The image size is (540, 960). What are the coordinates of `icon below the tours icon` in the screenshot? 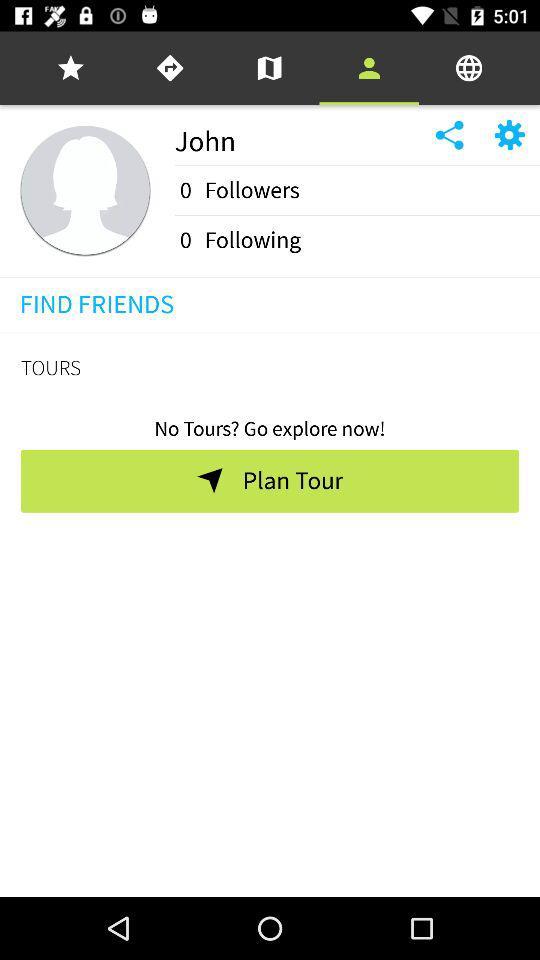 It's located at (270, 422).